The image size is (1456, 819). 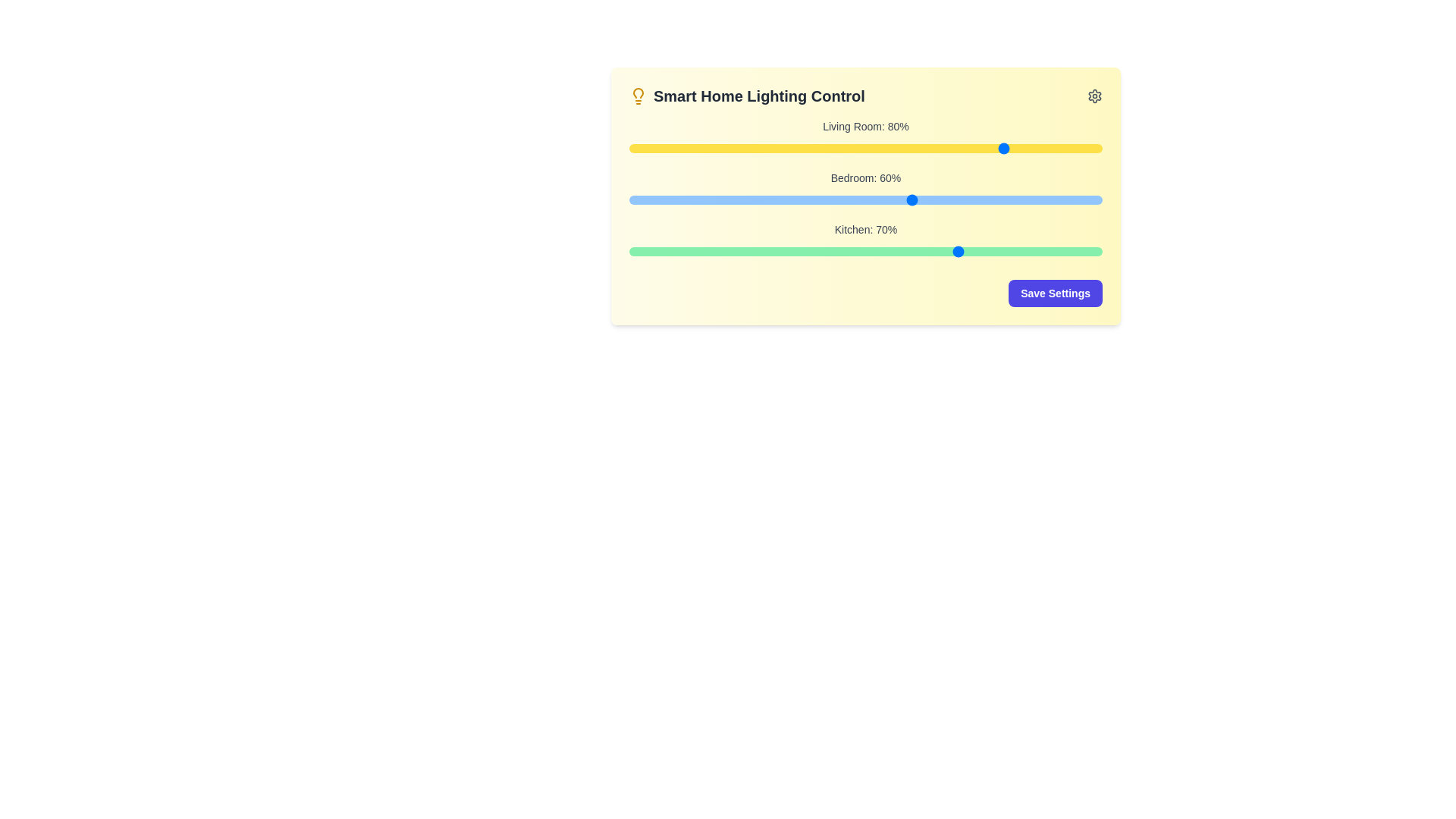 What do you see at coordinates (866, 177) in the screenshot?
I see `the text label indicating the purpose 'Bedroom' and the current value '60%', which is positioned above the blue slider bar in a vertical arrangement` at bounding box center [866, 177].